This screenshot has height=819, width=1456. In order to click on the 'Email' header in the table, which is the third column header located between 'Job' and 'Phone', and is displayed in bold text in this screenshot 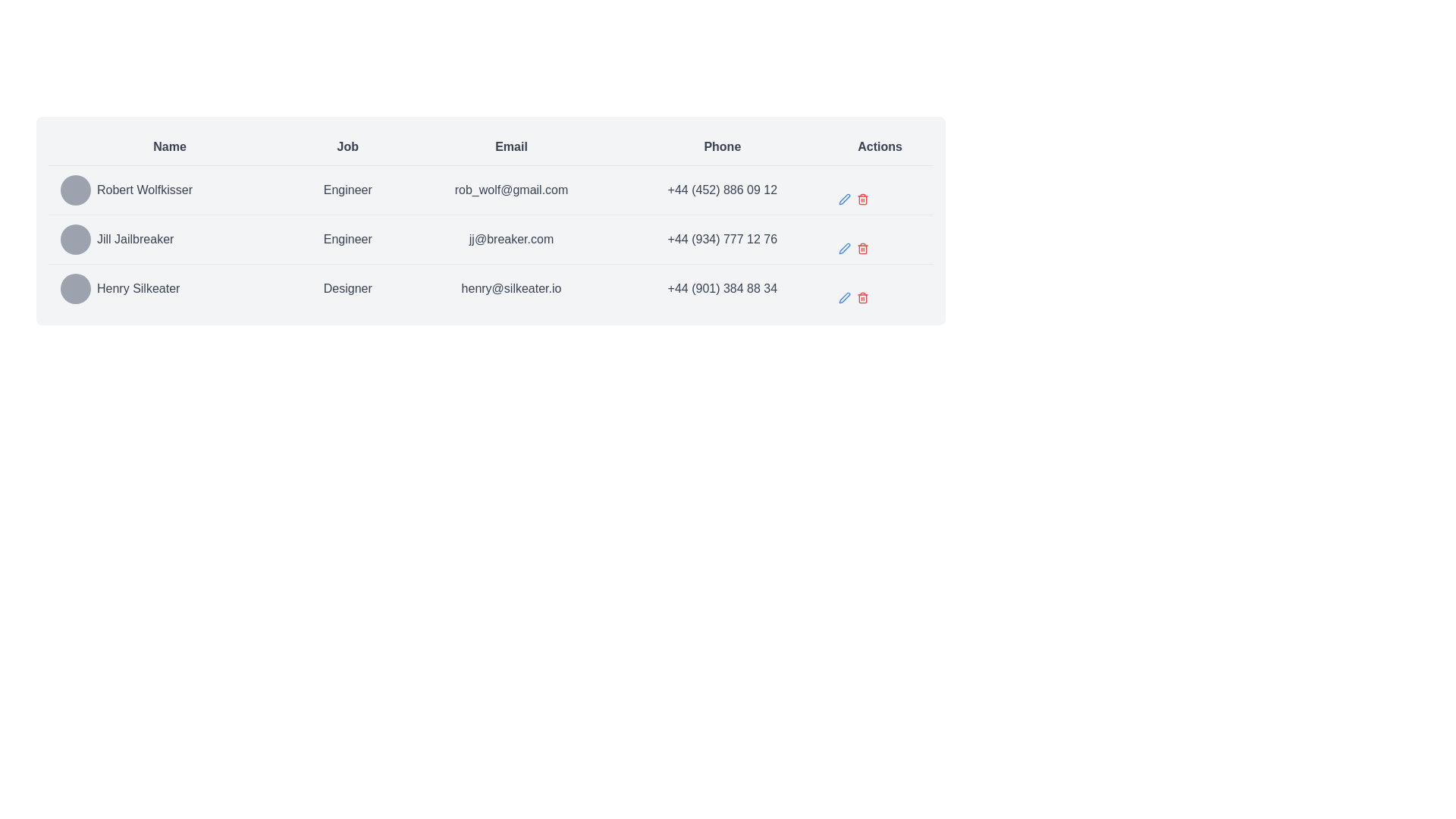, I will do `click(511, 147)`.